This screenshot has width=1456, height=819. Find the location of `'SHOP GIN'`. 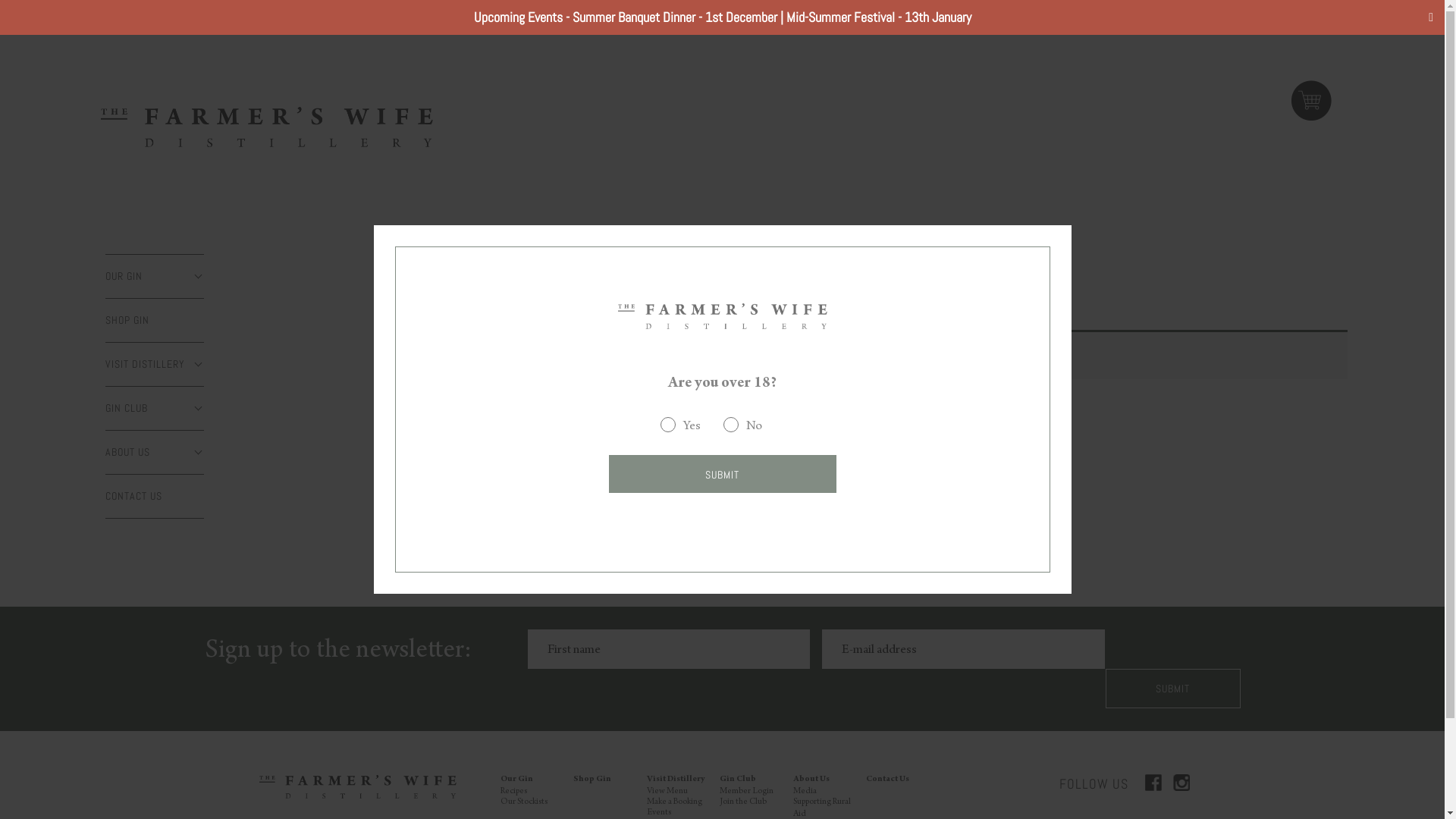

'SHOP GIN' is located at coordinates (155, 319).